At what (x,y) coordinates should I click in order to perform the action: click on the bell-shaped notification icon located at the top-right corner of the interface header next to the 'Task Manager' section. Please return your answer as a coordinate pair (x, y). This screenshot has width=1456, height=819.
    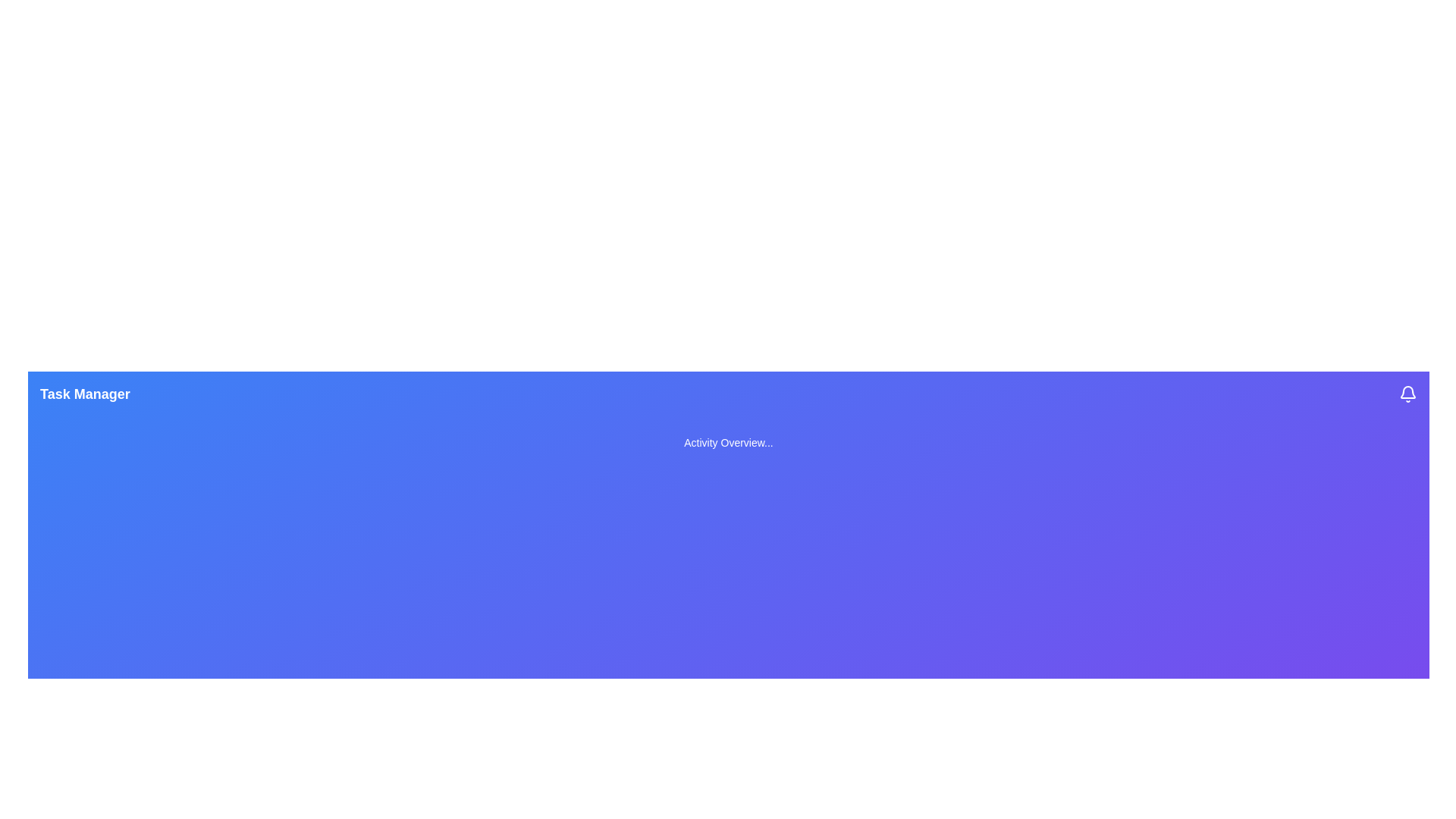
    Looking at the image, I should click on (1407, 394).